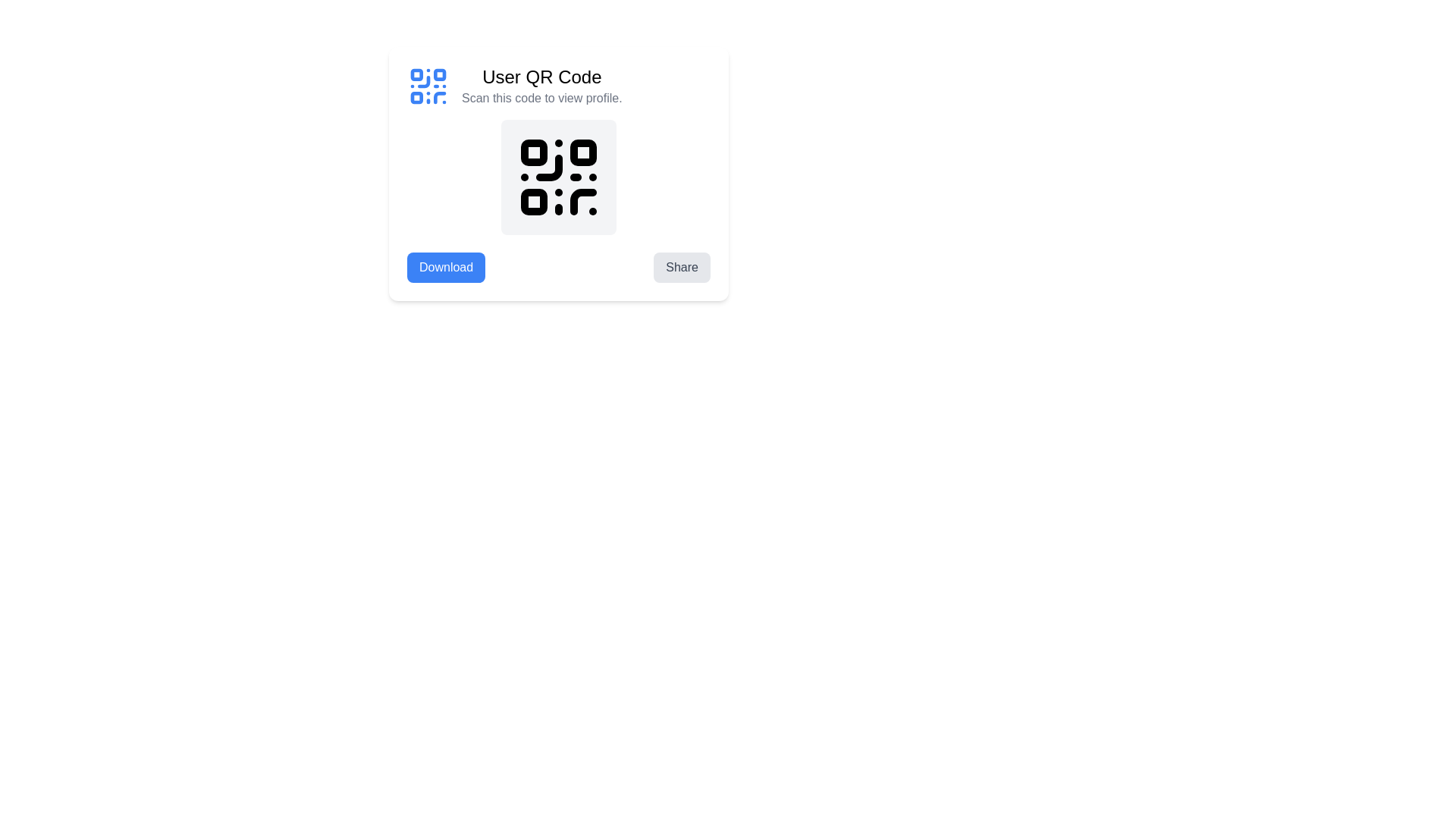 This screenshot has width=1456, height=819. Describe the element at coordinates (439, 74) in the screenshot. I see `the second square from the left in the top row of the 3x3 grid inside the QR code graphic, which is a decorative component of the overall design` at that location.